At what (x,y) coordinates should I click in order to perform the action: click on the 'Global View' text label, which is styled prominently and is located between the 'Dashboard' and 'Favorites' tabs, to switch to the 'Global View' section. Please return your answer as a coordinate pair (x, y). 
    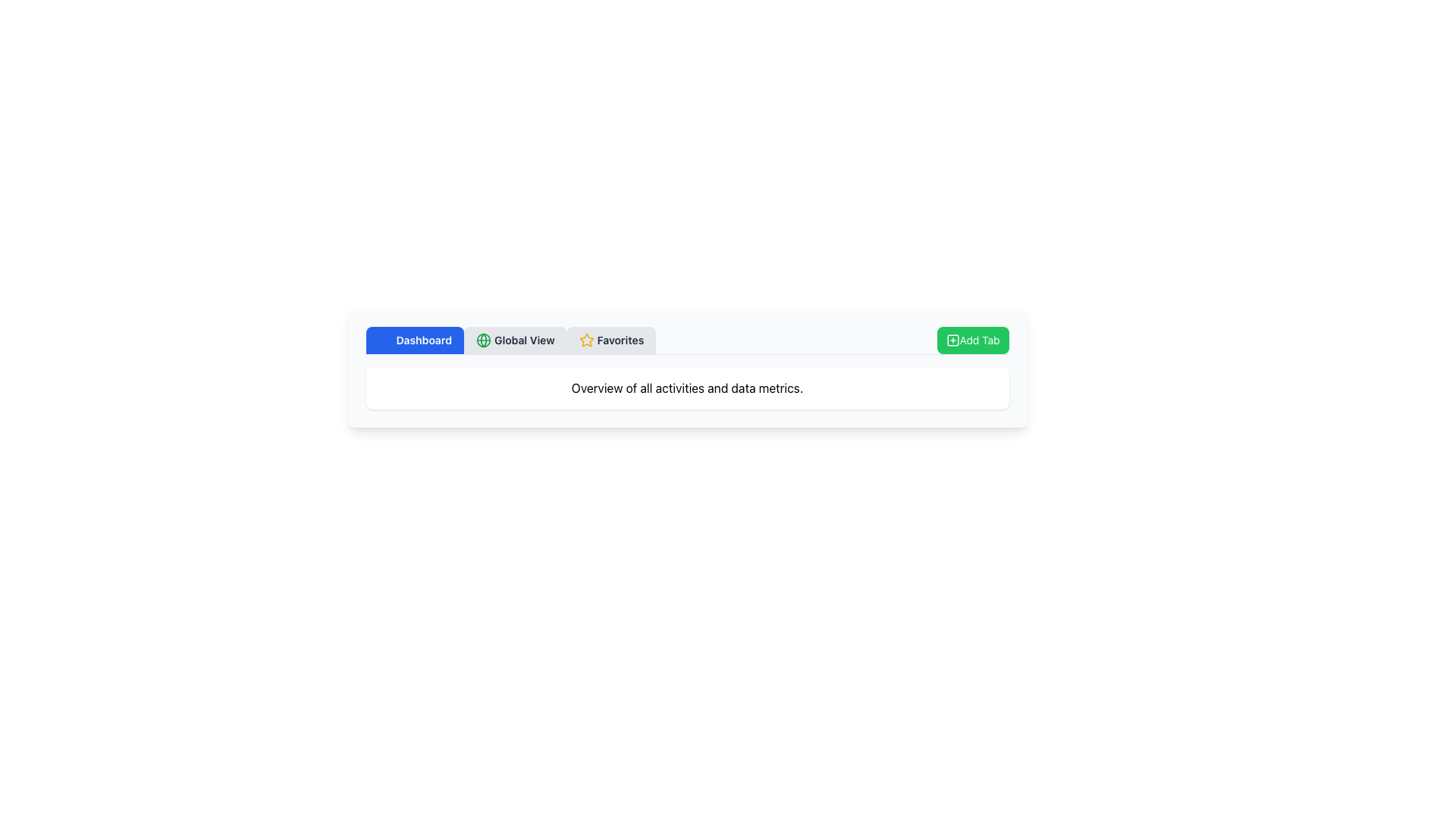
    Looking at the image, I should click on (524, 339).